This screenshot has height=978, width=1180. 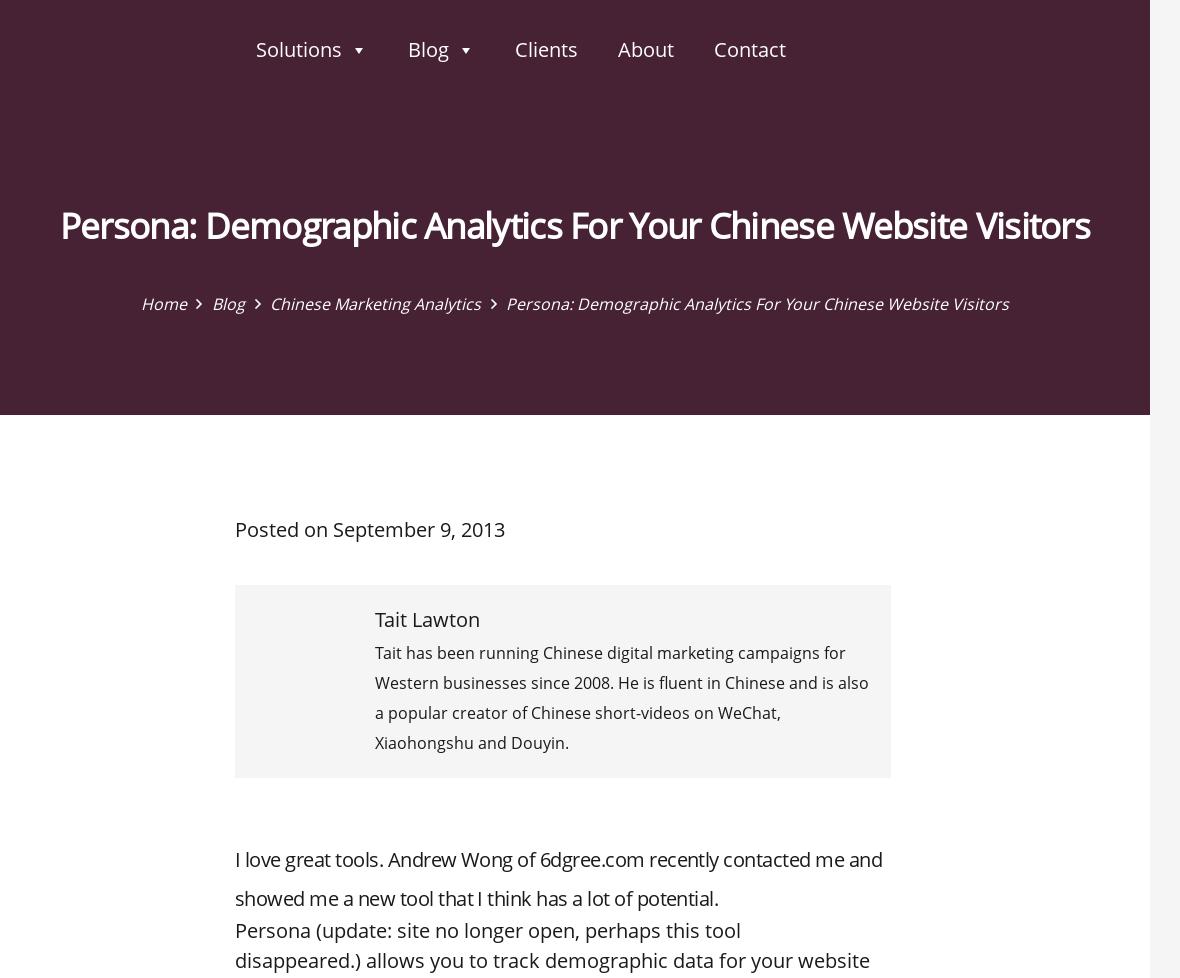 What do you see at coordinates (298, 49) in the screenshot?
I see `'Solutions'` at bounding box center [298, 49].